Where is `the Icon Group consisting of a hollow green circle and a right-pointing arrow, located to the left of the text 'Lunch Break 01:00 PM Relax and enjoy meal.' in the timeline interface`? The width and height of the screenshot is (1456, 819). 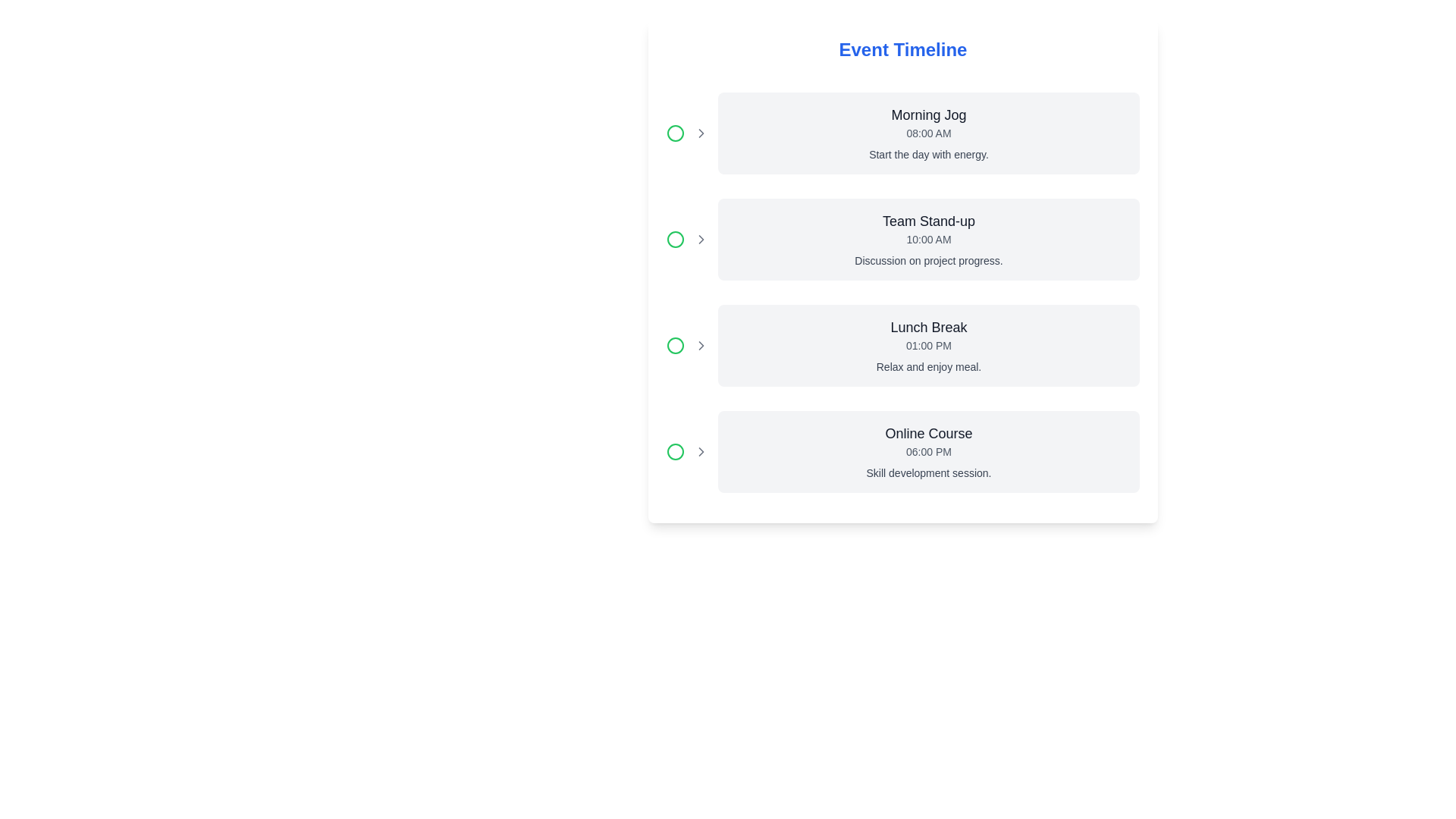 the Icon Group consisting of a hollow green circle and a right-pointing arrow, located to the left of the text 'Lunch Break 01:00 PM Relax and enjoy meal.' in the timeline interface is located at coordinates (691, 345).